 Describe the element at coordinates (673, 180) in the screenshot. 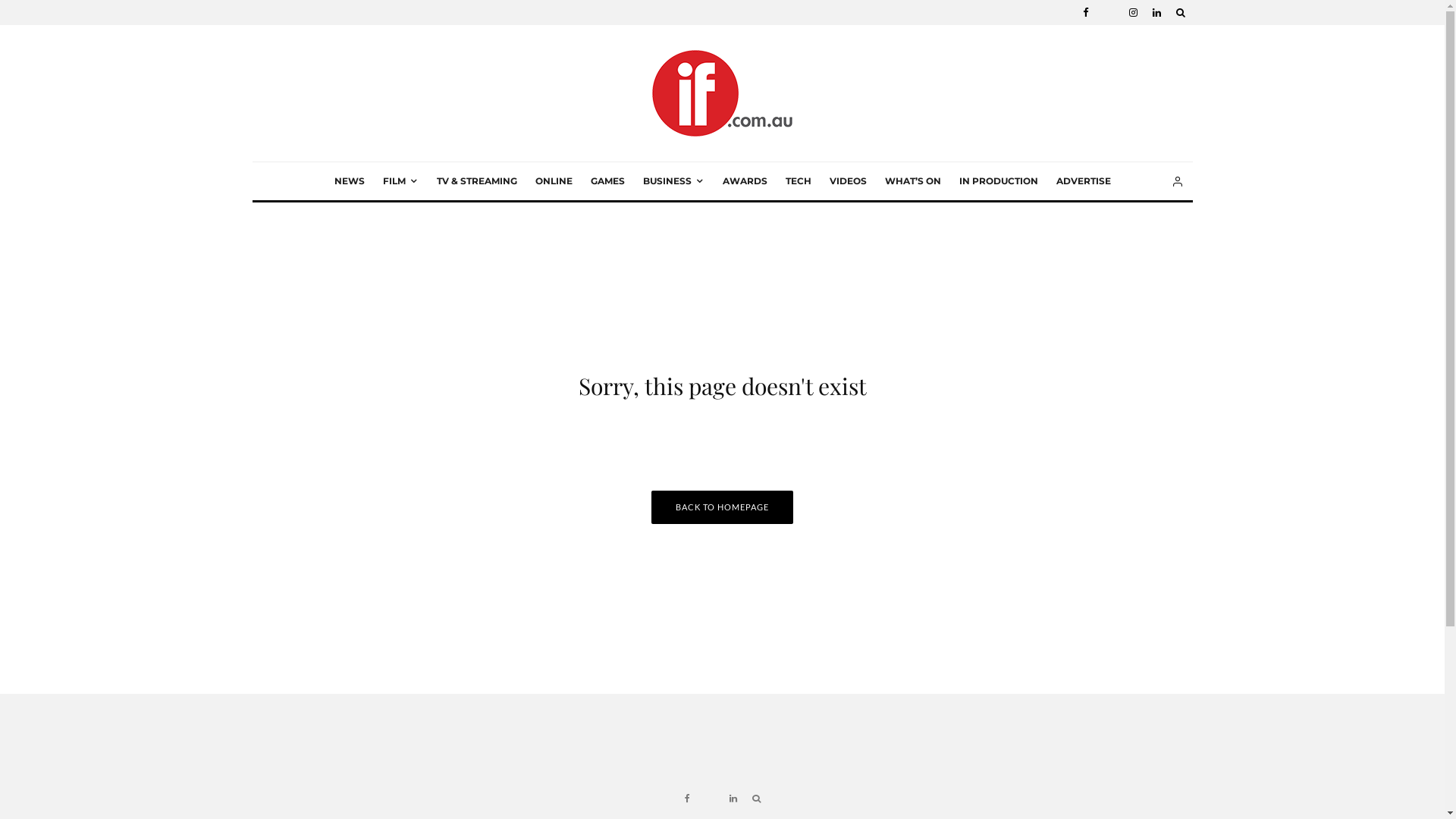

I see `'BUSINESS'` at that location.